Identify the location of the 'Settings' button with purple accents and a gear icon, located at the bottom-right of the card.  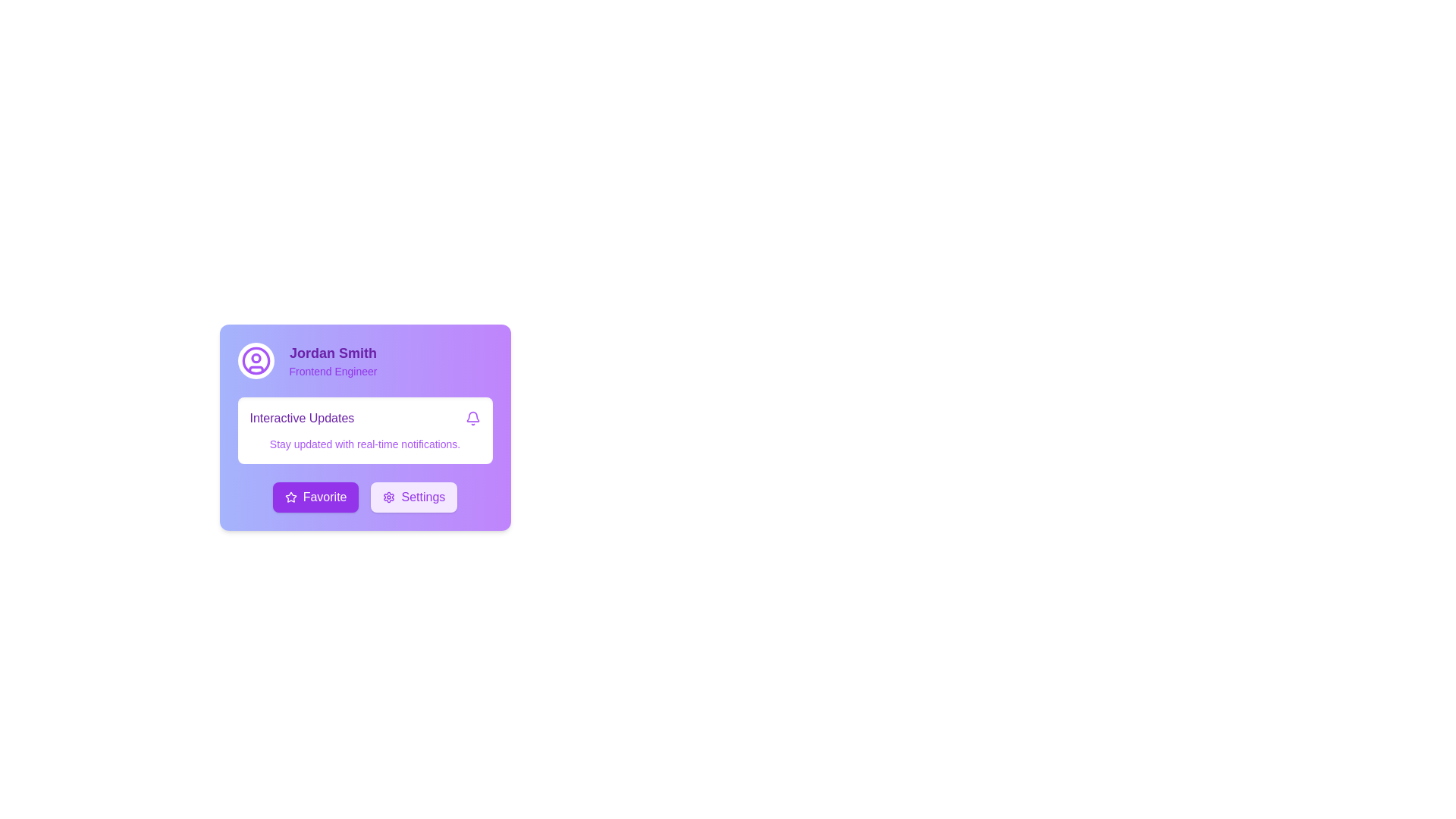
(414, 497).